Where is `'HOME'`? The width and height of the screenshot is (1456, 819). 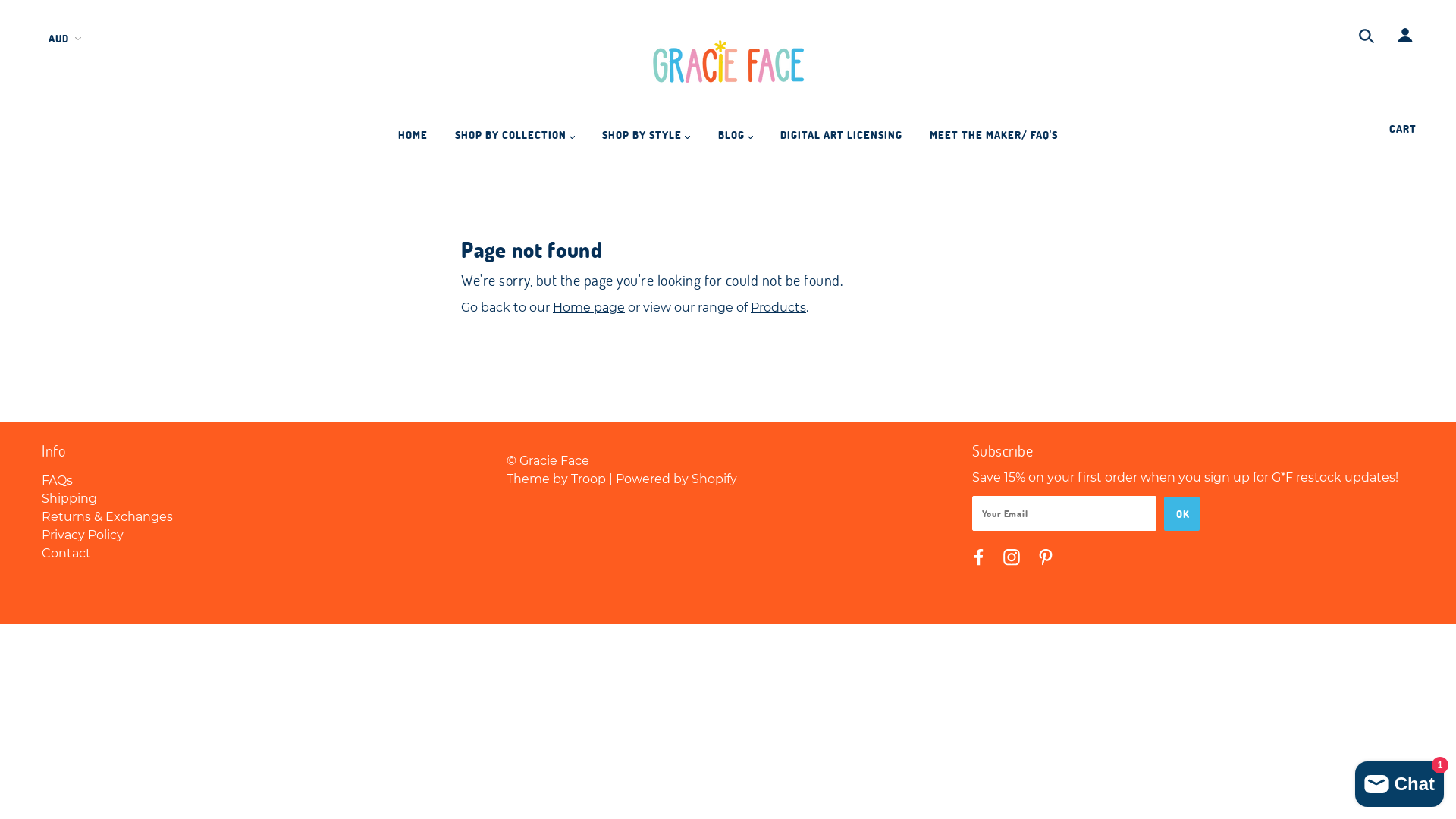 'HOME' is located at coordinates (413, 140).